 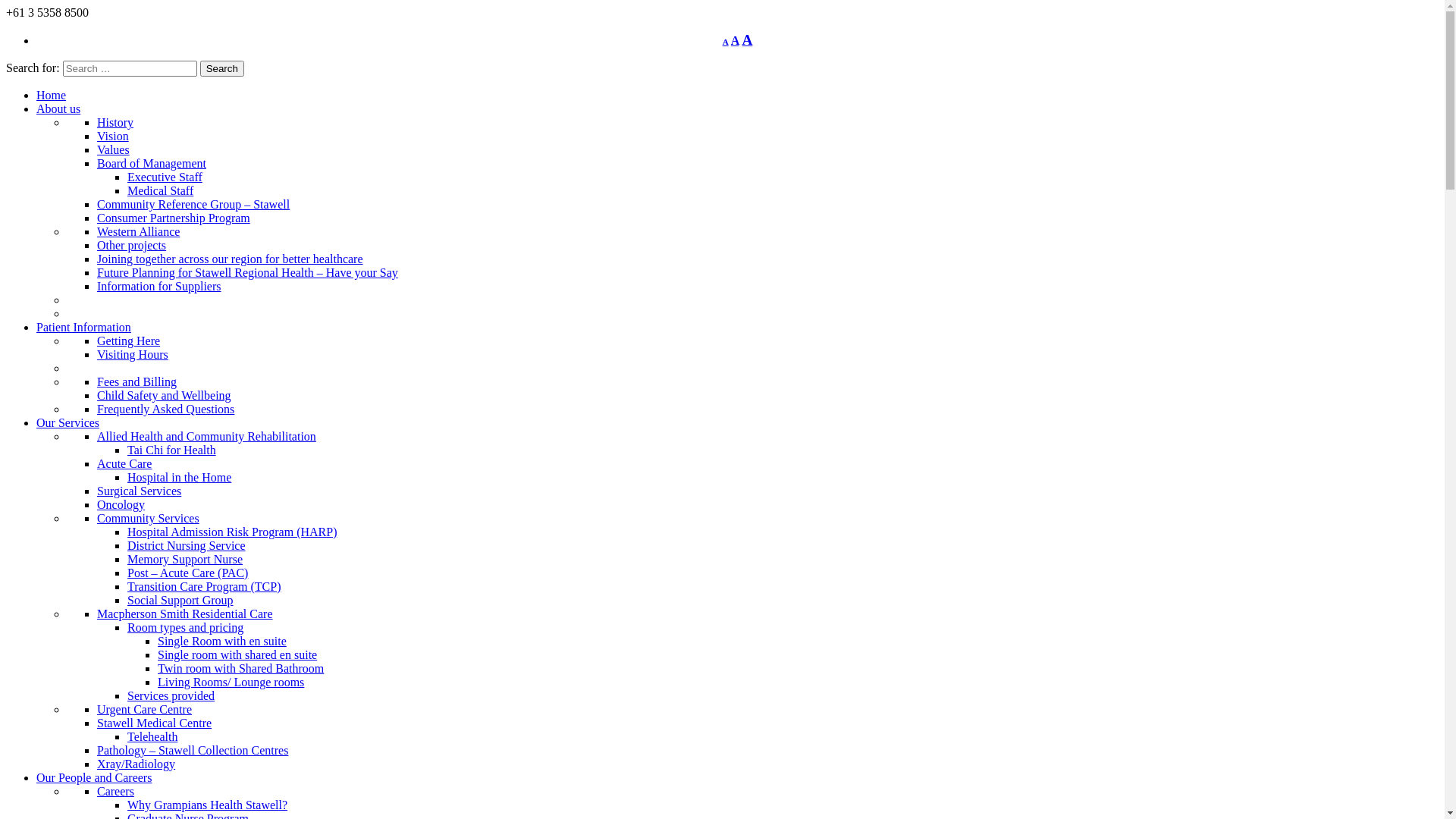 What do you see at coordinates (185, 544) in the screenshot?
I see `'District Nursing Service'` at bounding box center [185, 544].